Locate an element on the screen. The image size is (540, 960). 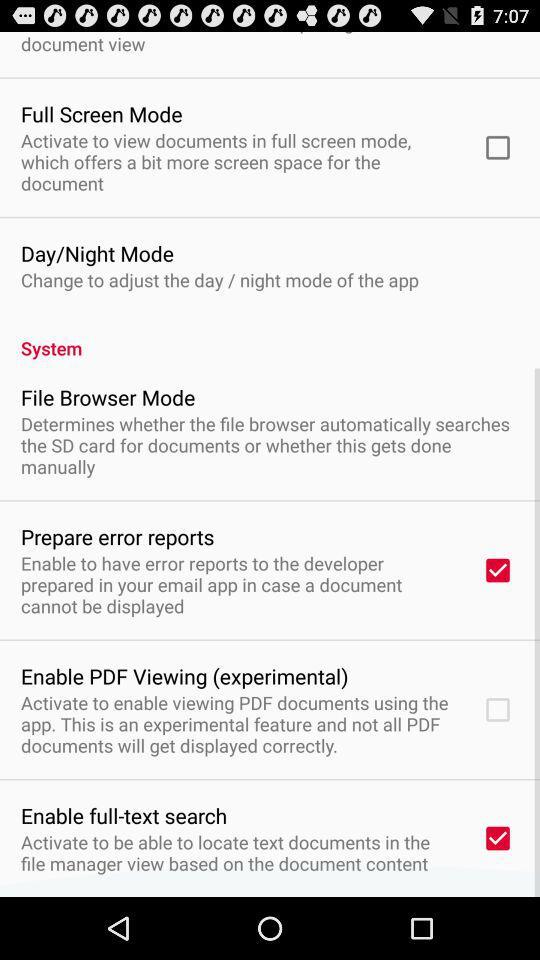
system app is located at coordinates (270, 337).